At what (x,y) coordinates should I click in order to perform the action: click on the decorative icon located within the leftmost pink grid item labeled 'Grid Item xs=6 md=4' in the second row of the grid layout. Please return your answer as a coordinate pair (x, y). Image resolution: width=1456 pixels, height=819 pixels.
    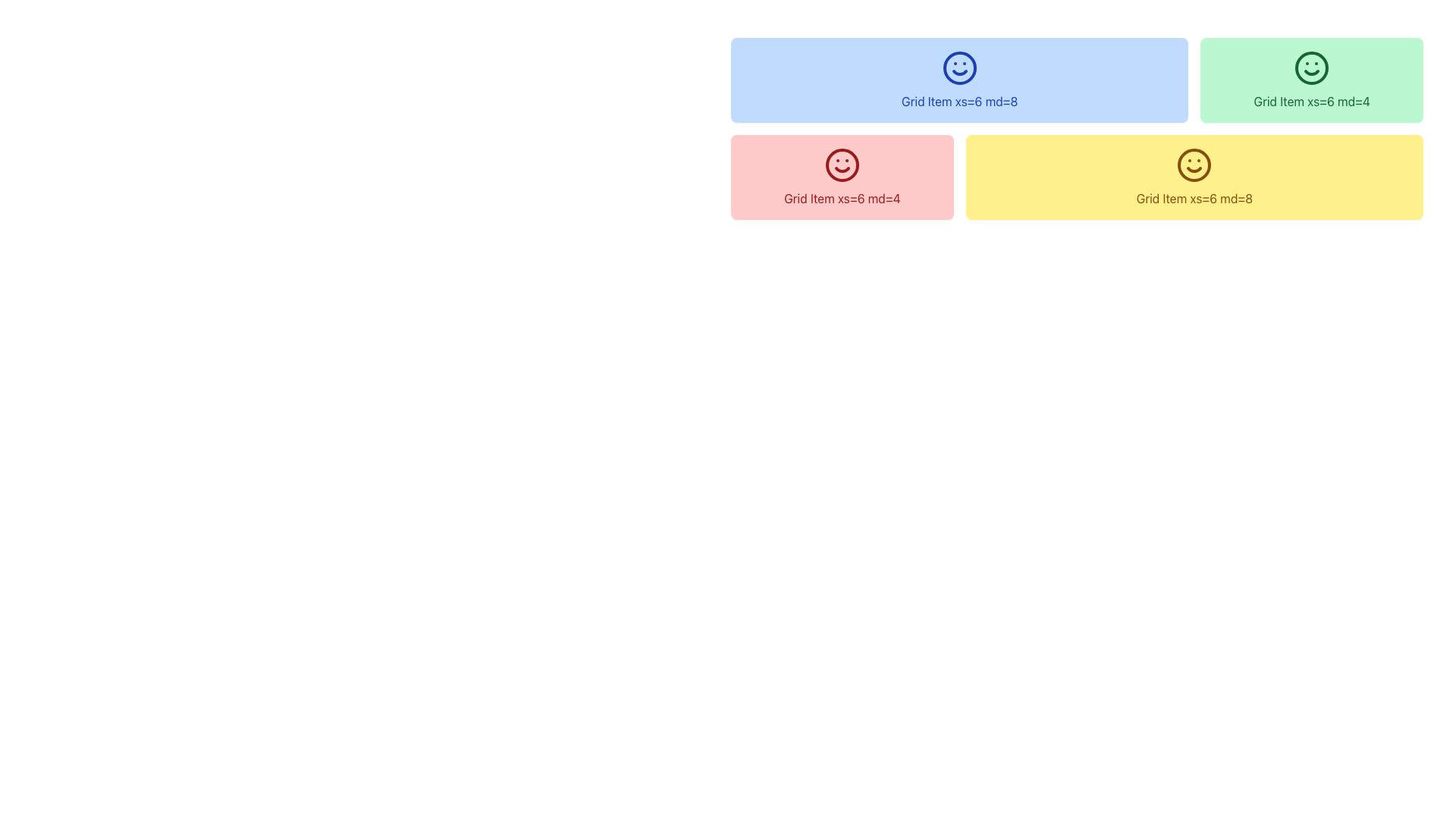
    Looking at the image, I should click on (841, 165).